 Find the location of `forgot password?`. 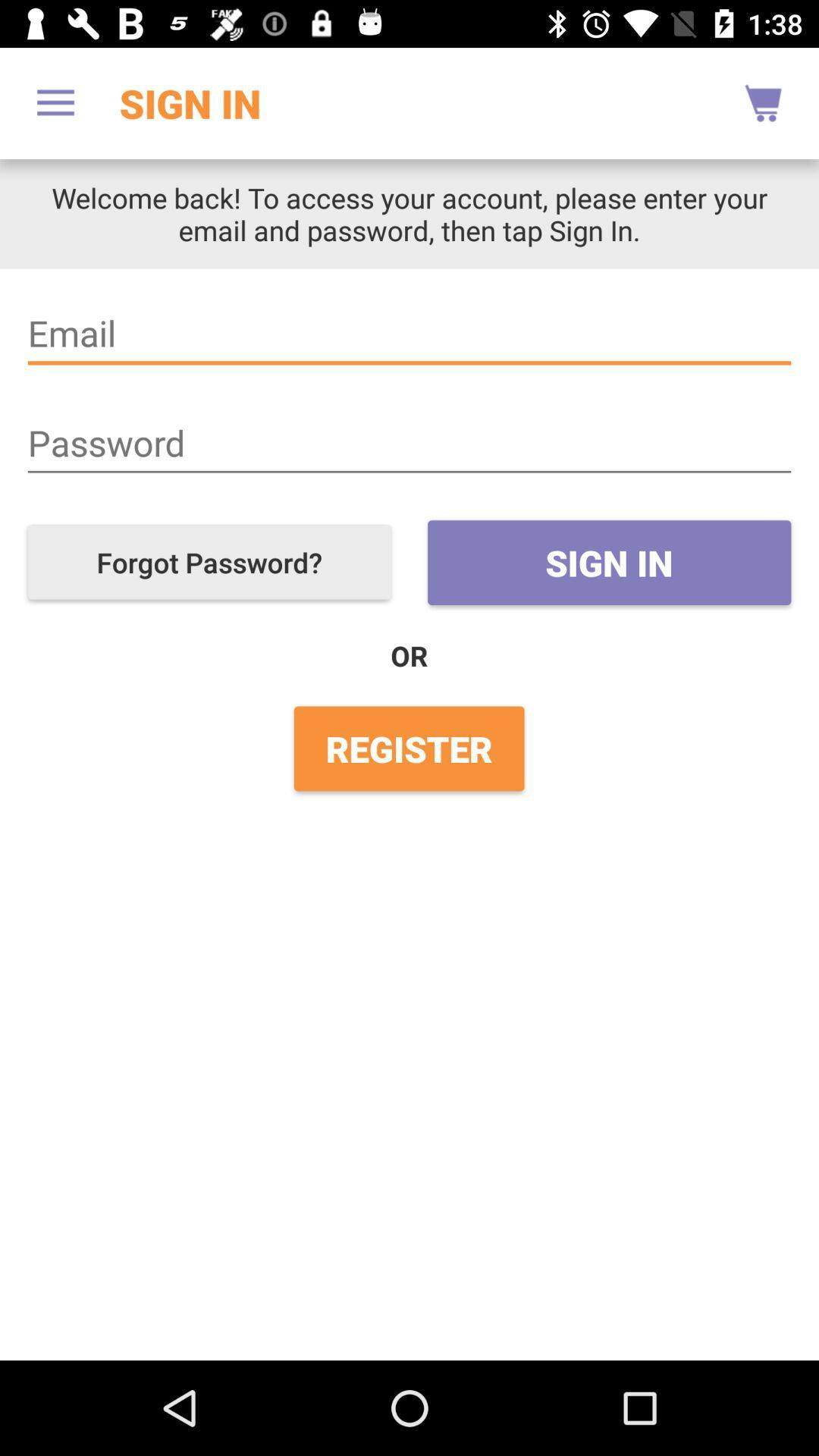

forgot password? is located at coordinates (209, 561).